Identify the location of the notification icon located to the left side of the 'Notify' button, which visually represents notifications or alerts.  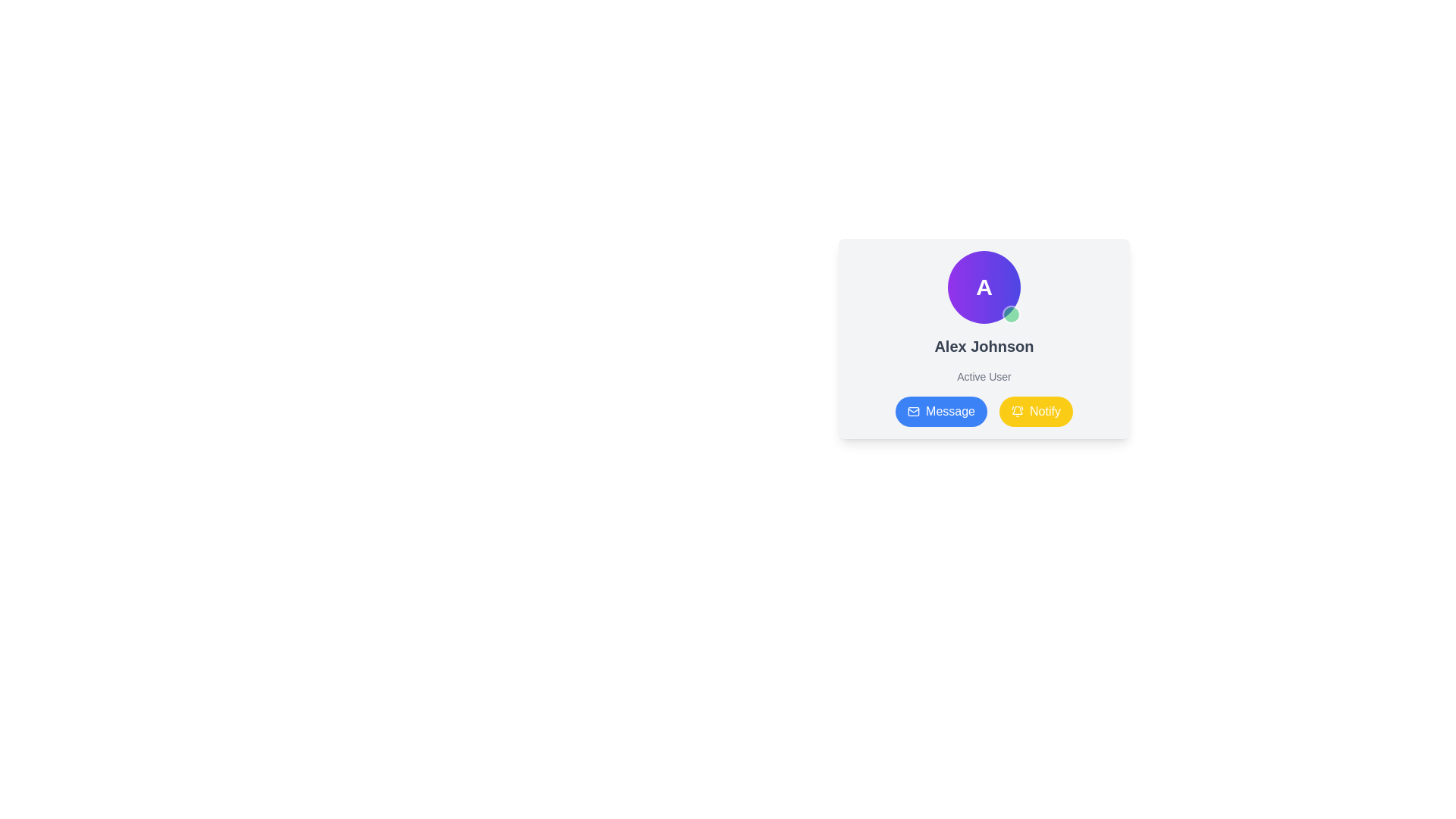
(1018, 412).